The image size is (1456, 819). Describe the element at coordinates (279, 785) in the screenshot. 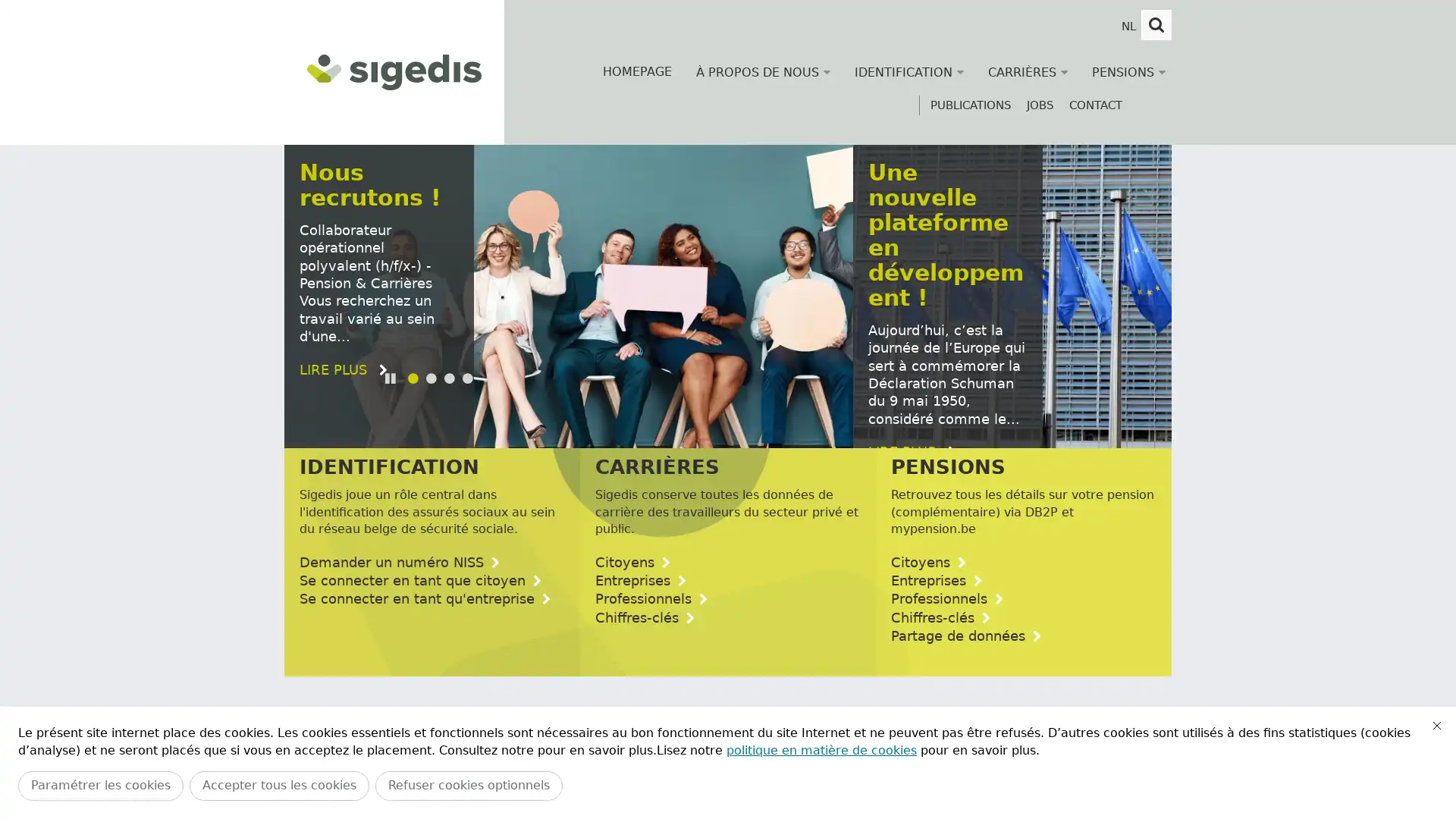

I see `Accepter tous les cookies` at that location.